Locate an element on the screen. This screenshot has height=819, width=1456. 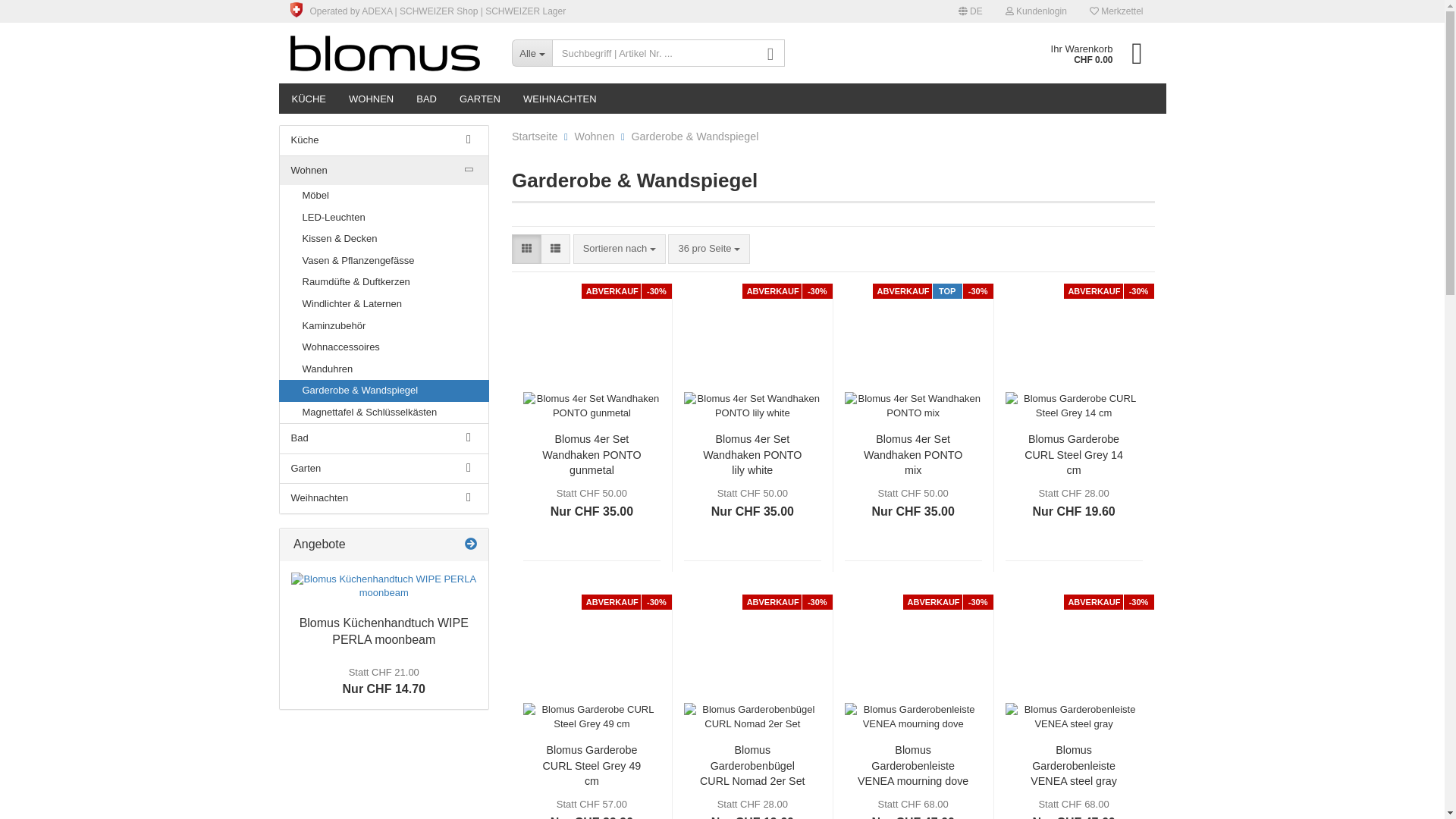
'GARTEN' is located at coordinates (479, 99).